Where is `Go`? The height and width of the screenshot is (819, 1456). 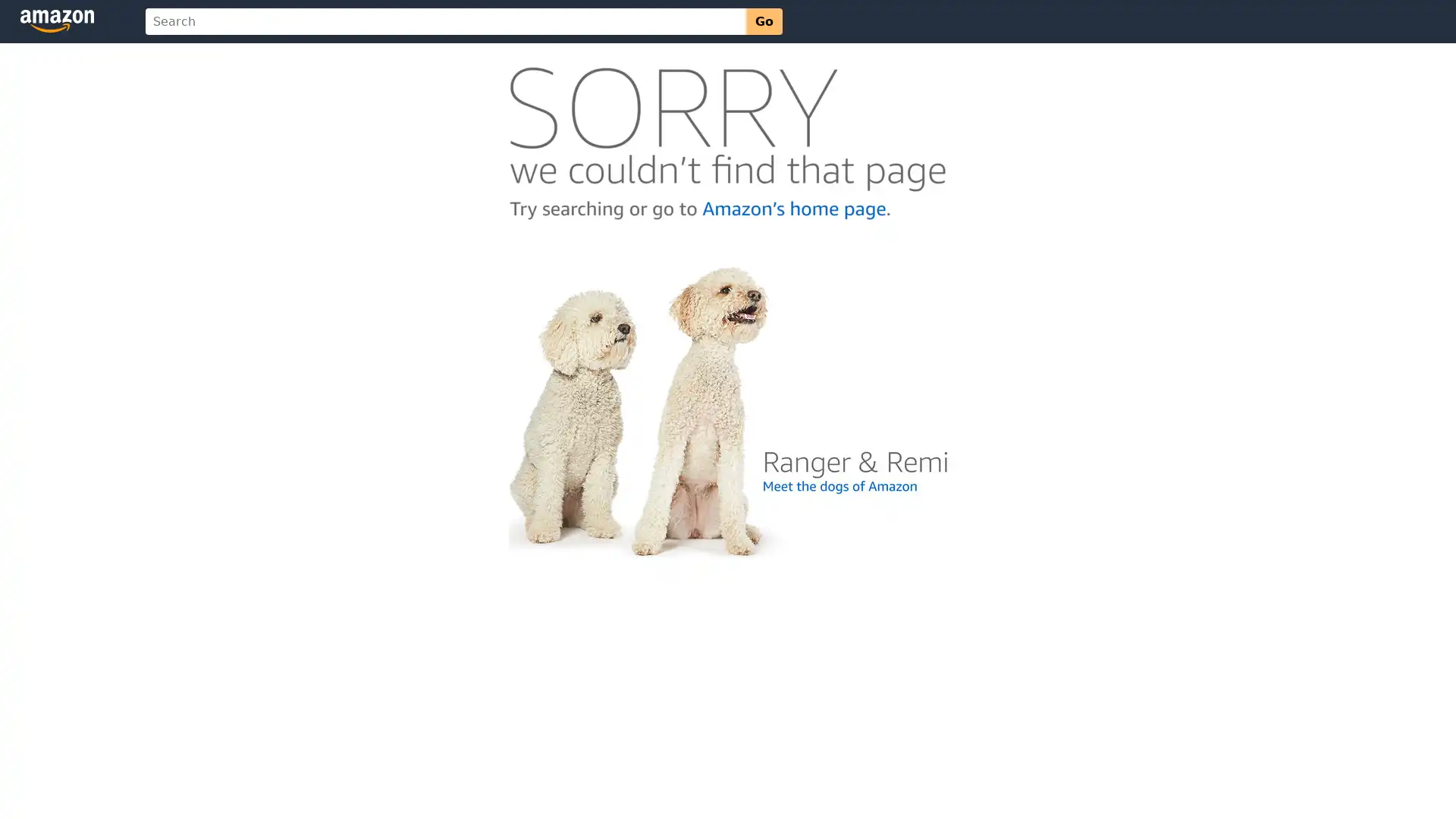 Go is located at coordinates (764, 21).